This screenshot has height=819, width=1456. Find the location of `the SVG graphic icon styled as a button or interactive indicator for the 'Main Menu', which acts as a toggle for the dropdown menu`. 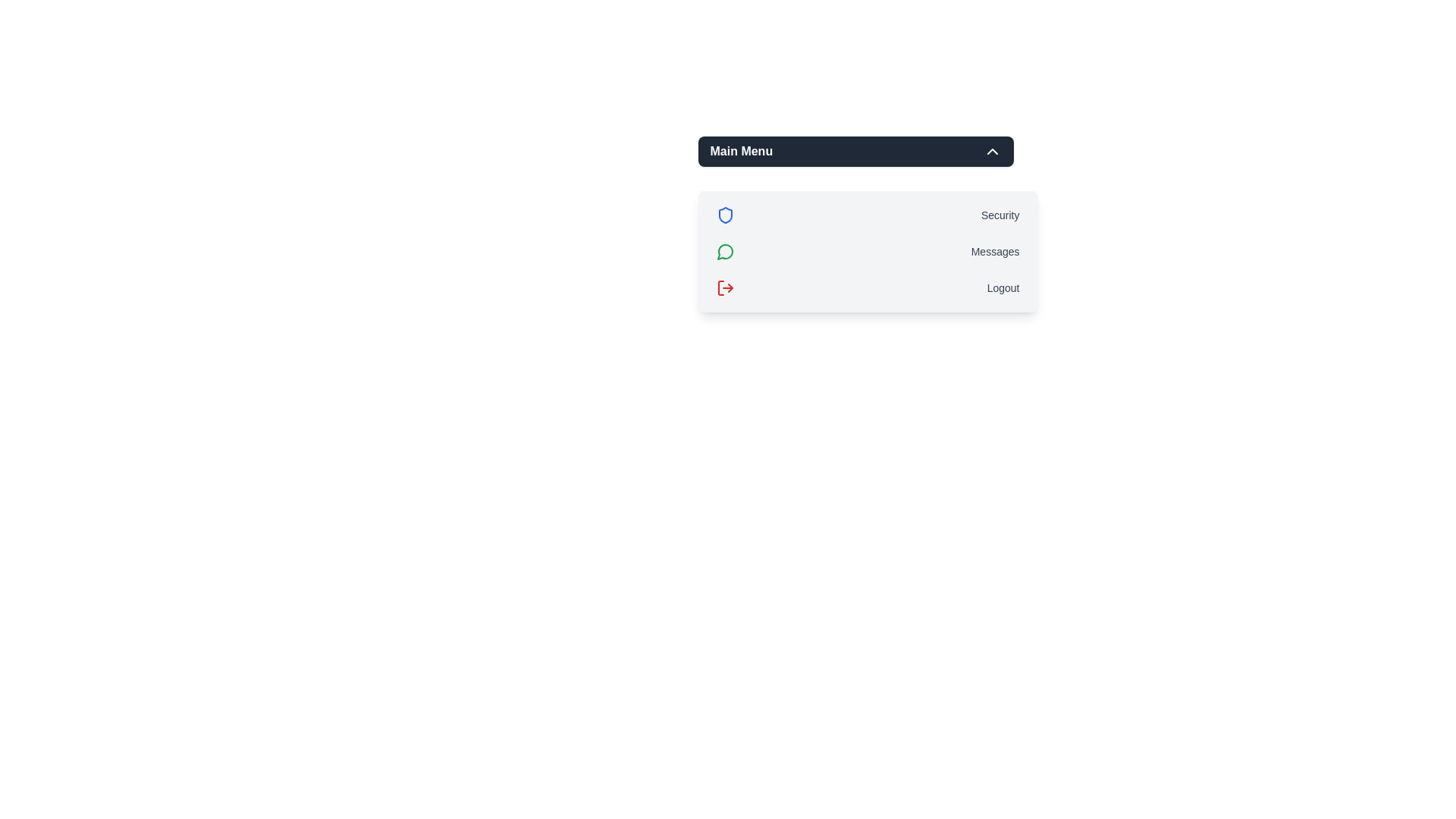

the SVG graphic icon styled as a button or interactive indicator for the 'Main Menu', which acts as a toggle for the dropdown menu is located at coordinates (992, 152).